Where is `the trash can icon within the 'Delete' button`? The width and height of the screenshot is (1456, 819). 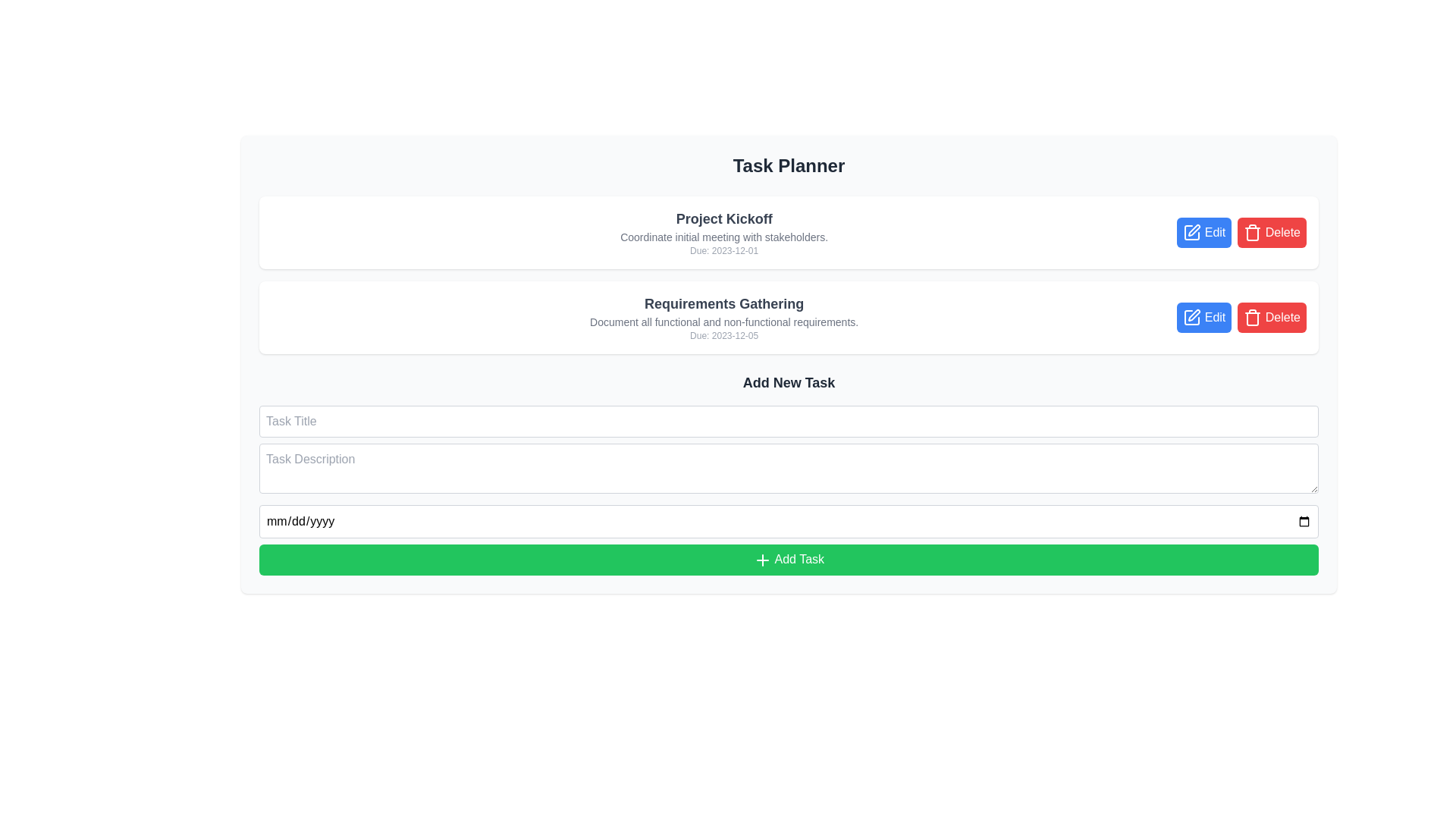
the trash can icon within the 'Delete' button is located at coordinates (1253, 317).